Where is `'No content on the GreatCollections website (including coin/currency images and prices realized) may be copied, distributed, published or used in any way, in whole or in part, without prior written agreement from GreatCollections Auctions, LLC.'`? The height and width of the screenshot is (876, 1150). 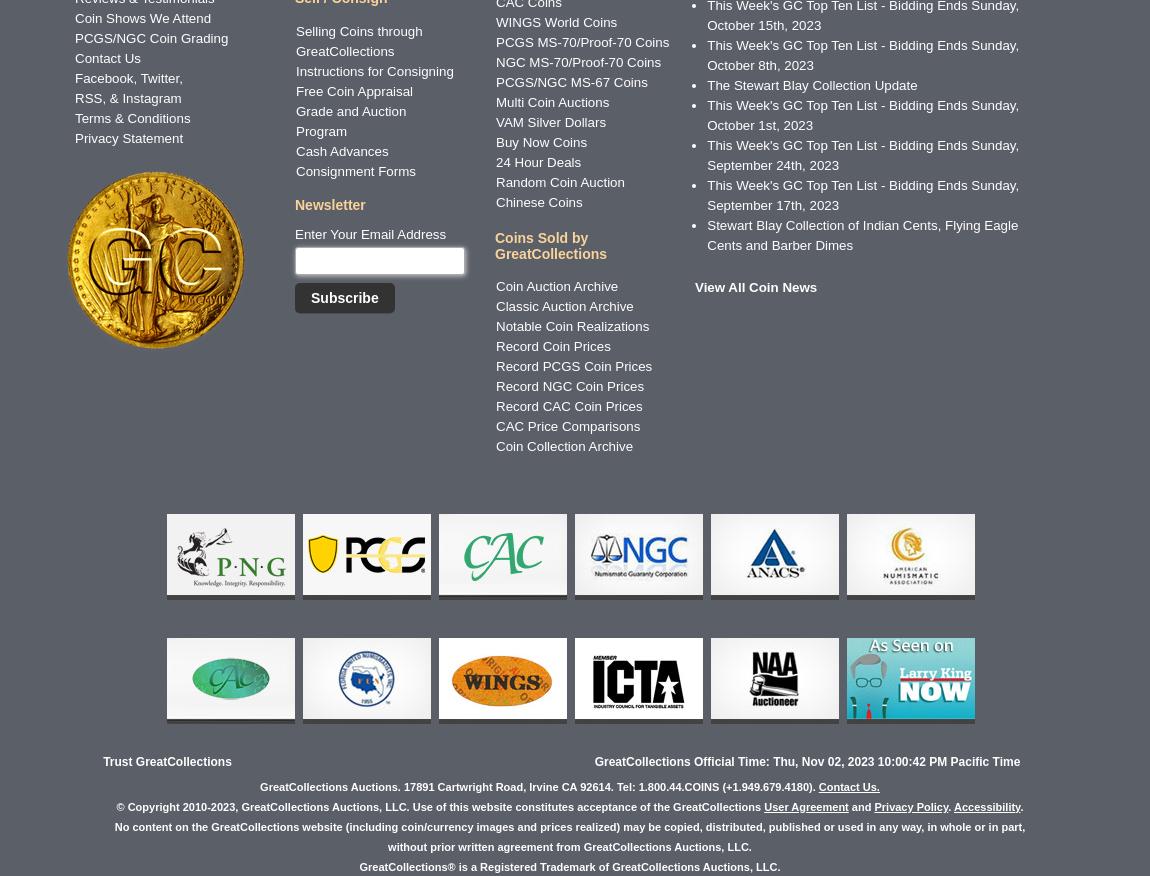
'No content on the GreatCollections website (including coin/currency images and prices realized) may be copied, distributed, published or used in any way, in whole or in part, without prior written agreement from GreatCollections Auctions, LLC.' is located at coordinates (569, 837).